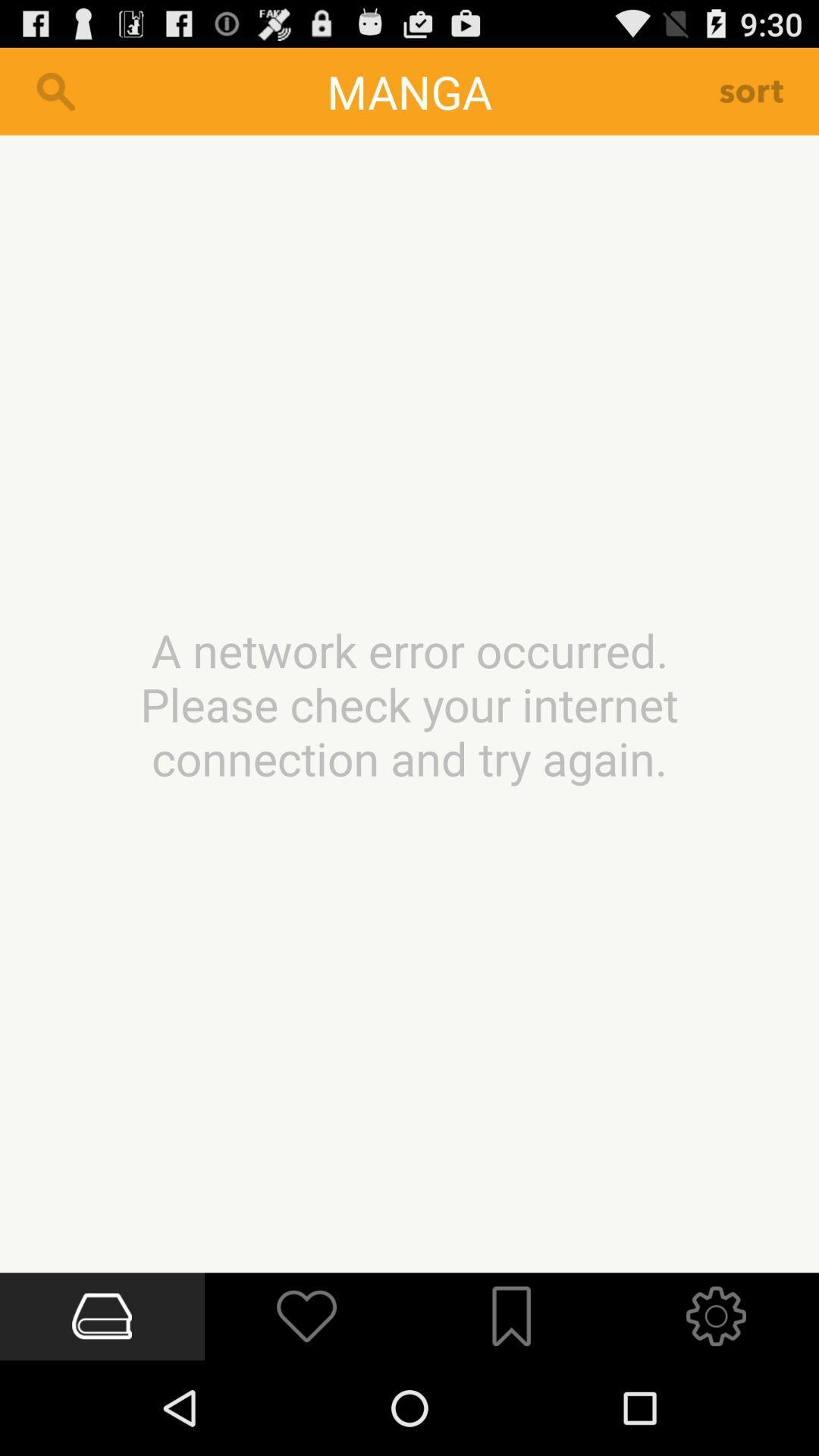 This screenshot has height=1456, width=819. Describe the element at coordinates (55, 97) in the screenshot. I see `the search icon` at that location.